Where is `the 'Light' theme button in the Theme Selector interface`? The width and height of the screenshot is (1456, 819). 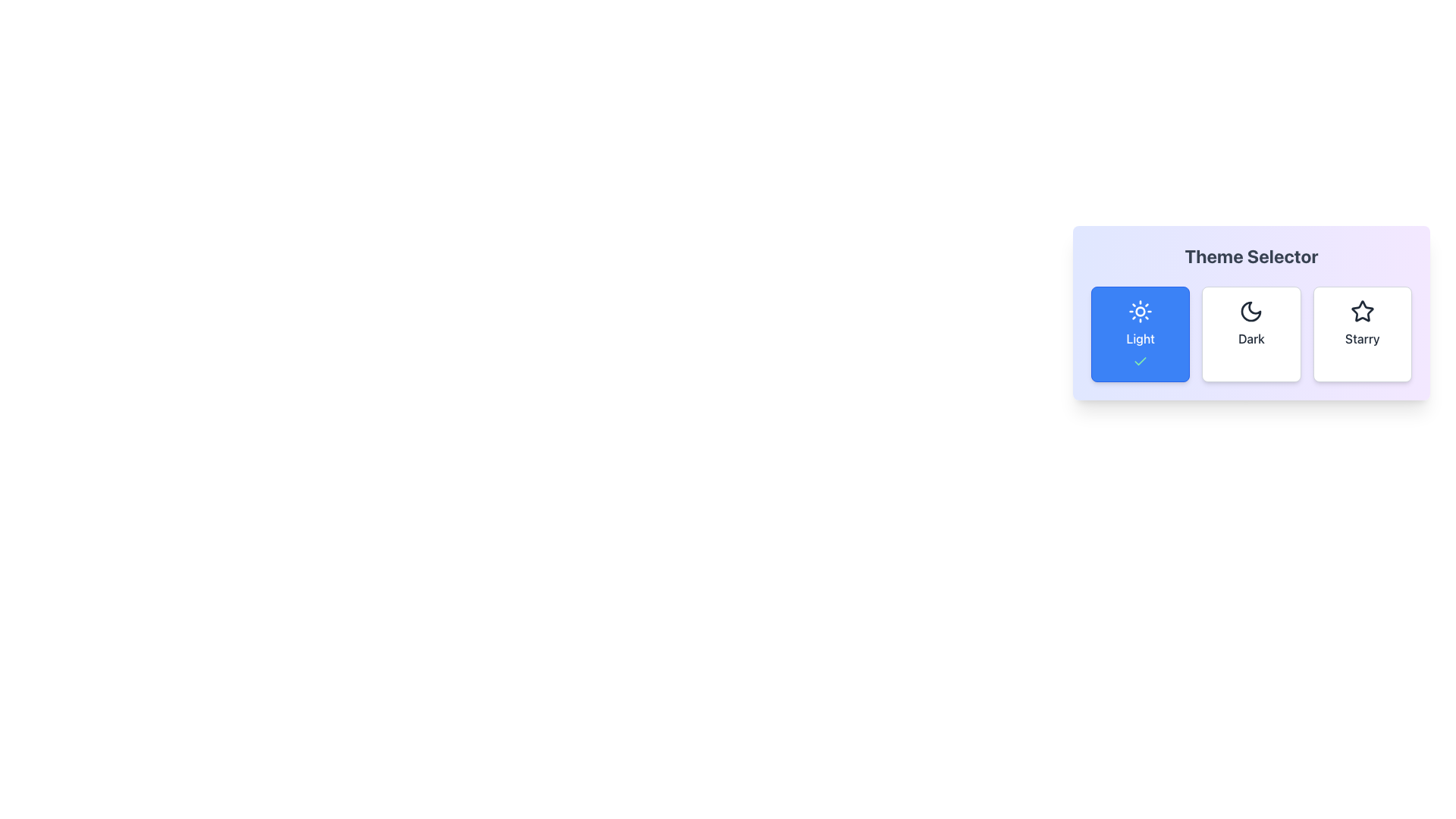 the 'Light' theme button in the Theme Selector interface is located at coordinates (1141, 333).